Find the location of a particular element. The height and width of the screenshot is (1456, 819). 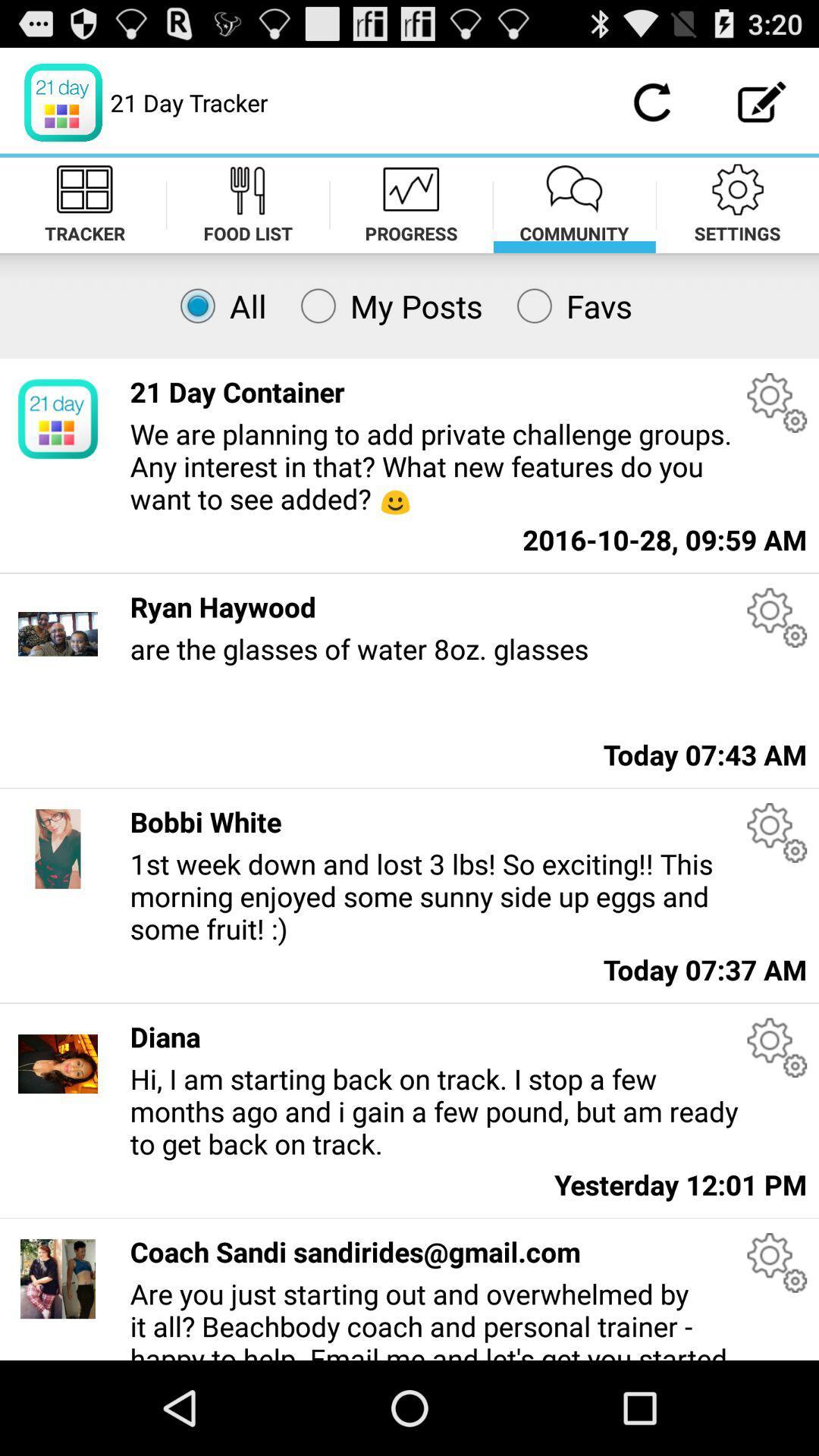

open settings is located at coordinates (777, 403).